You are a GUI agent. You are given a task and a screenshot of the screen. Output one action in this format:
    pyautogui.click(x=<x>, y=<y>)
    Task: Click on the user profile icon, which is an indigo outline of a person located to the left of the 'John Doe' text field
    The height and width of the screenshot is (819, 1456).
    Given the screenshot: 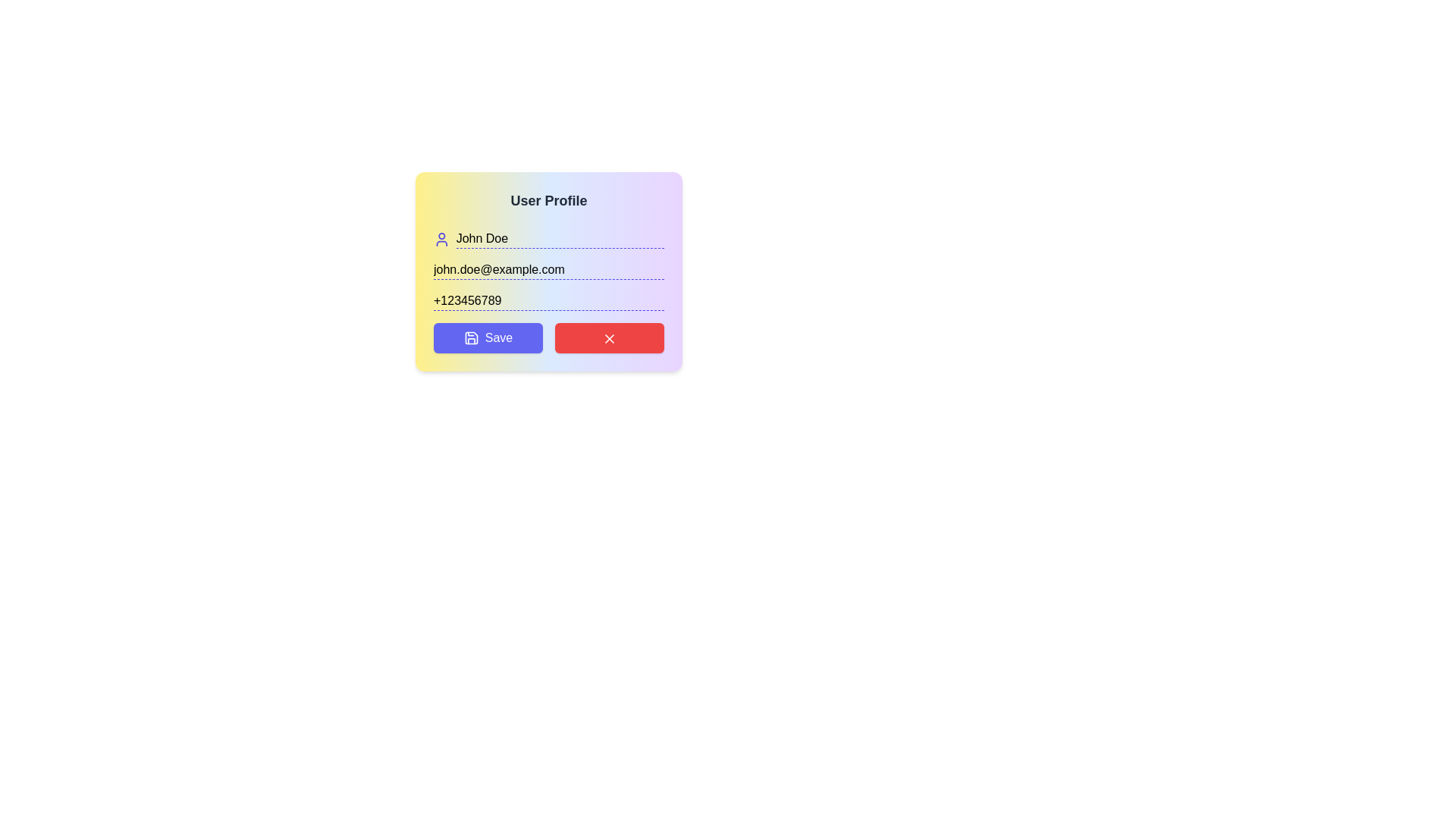 What is the action you would take?
    pyautogui.click(x=441, y=239)
    